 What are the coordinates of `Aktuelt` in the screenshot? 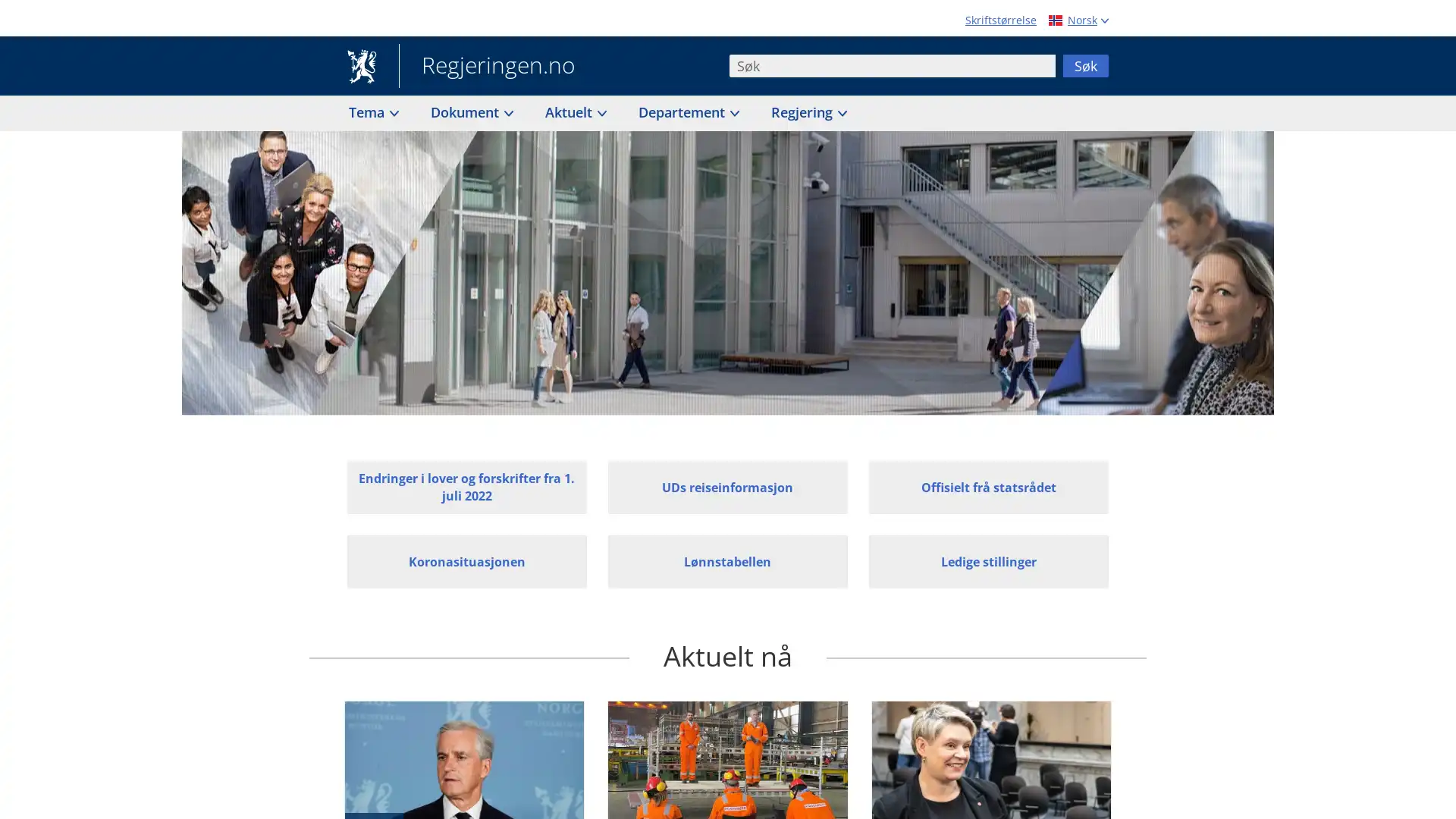 It's located at (574, 111).